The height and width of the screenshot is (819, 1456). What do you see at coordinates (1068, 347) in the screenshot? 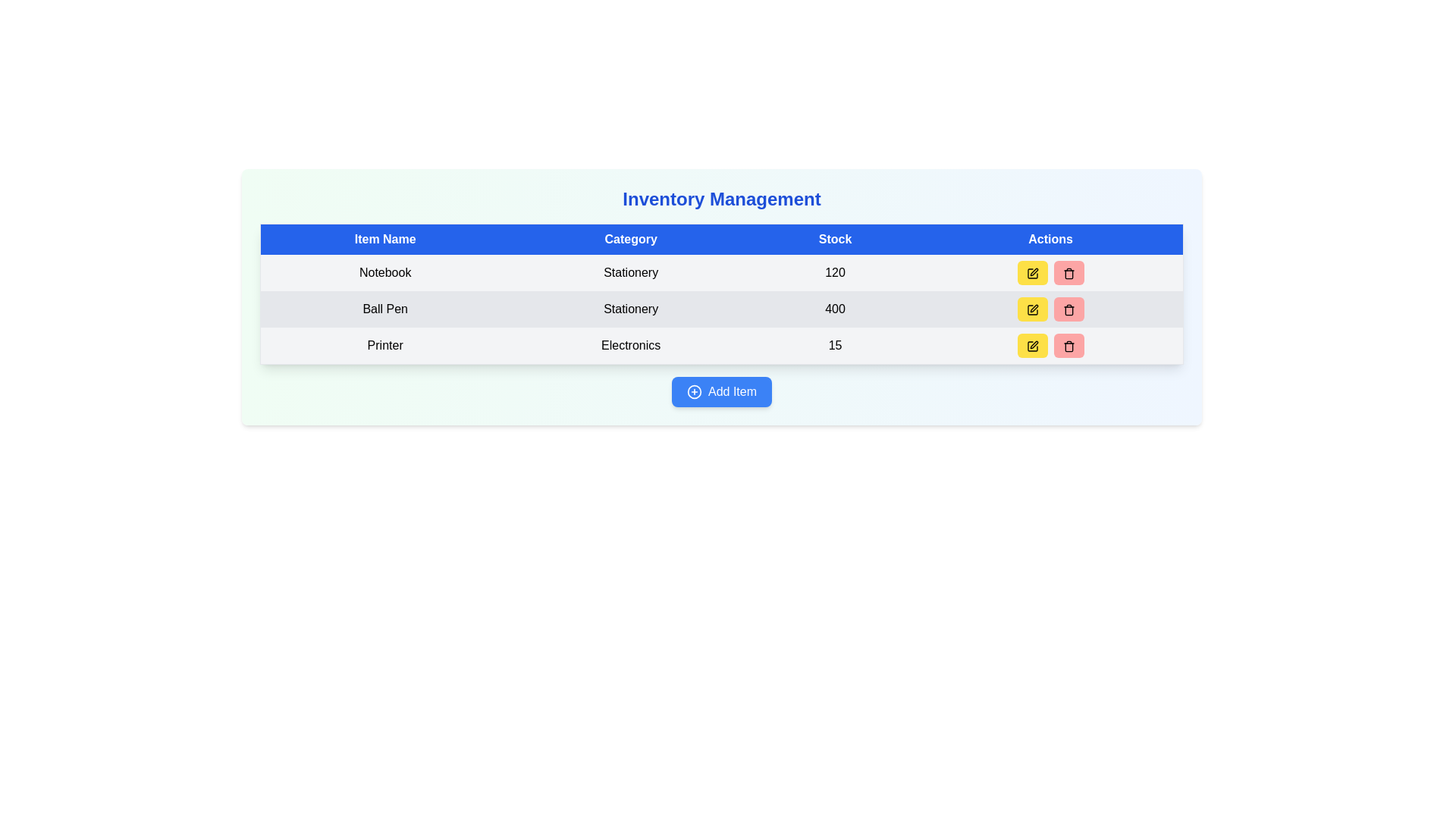
I see `the delete icon located in the last column of the table, which is used to remove the corresponding record or row` at bounding box center [1068, 347].